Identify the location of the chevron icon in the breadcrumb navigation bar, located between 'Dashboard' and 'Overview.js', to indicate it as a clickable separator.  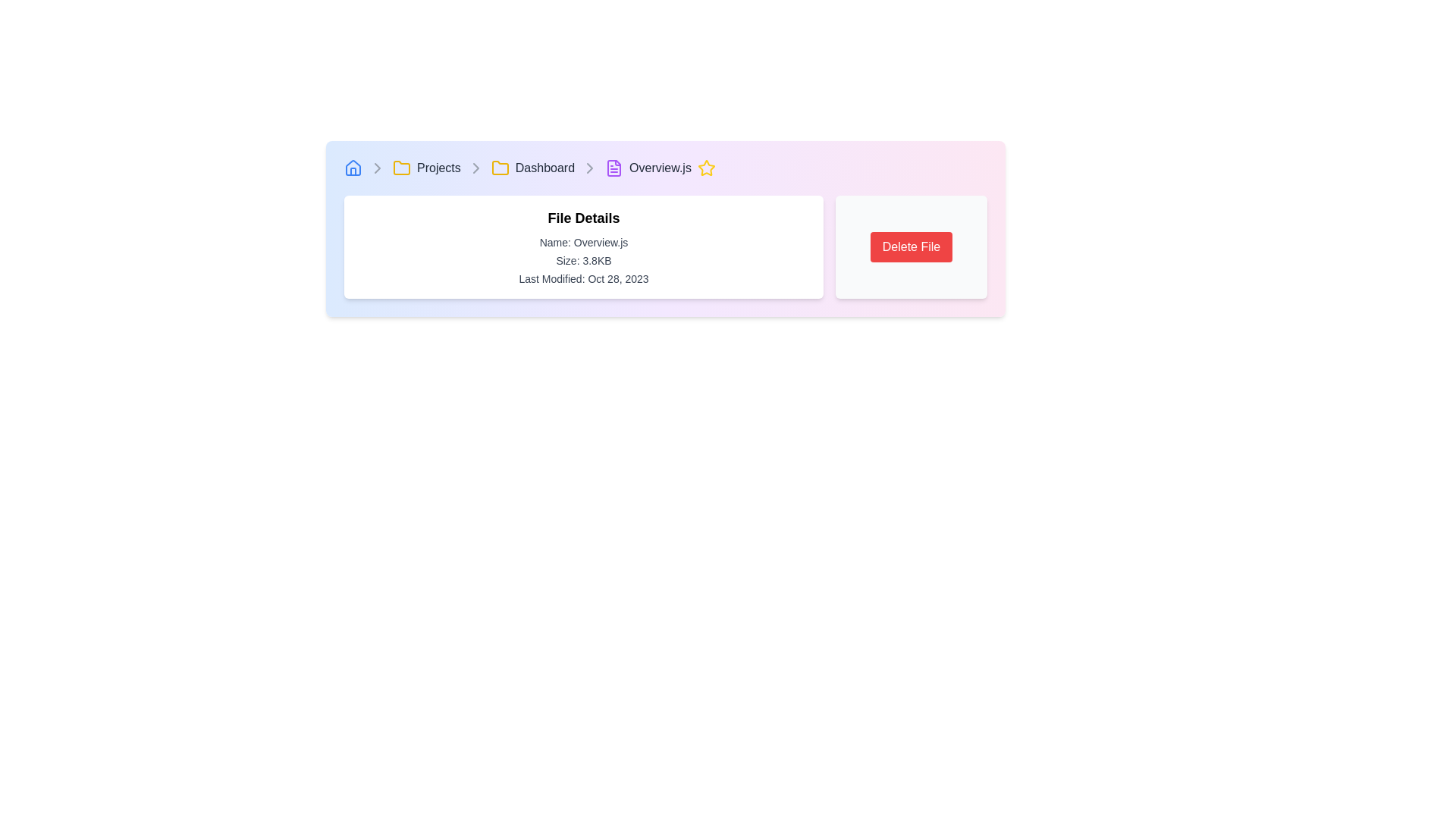
(378, 168).